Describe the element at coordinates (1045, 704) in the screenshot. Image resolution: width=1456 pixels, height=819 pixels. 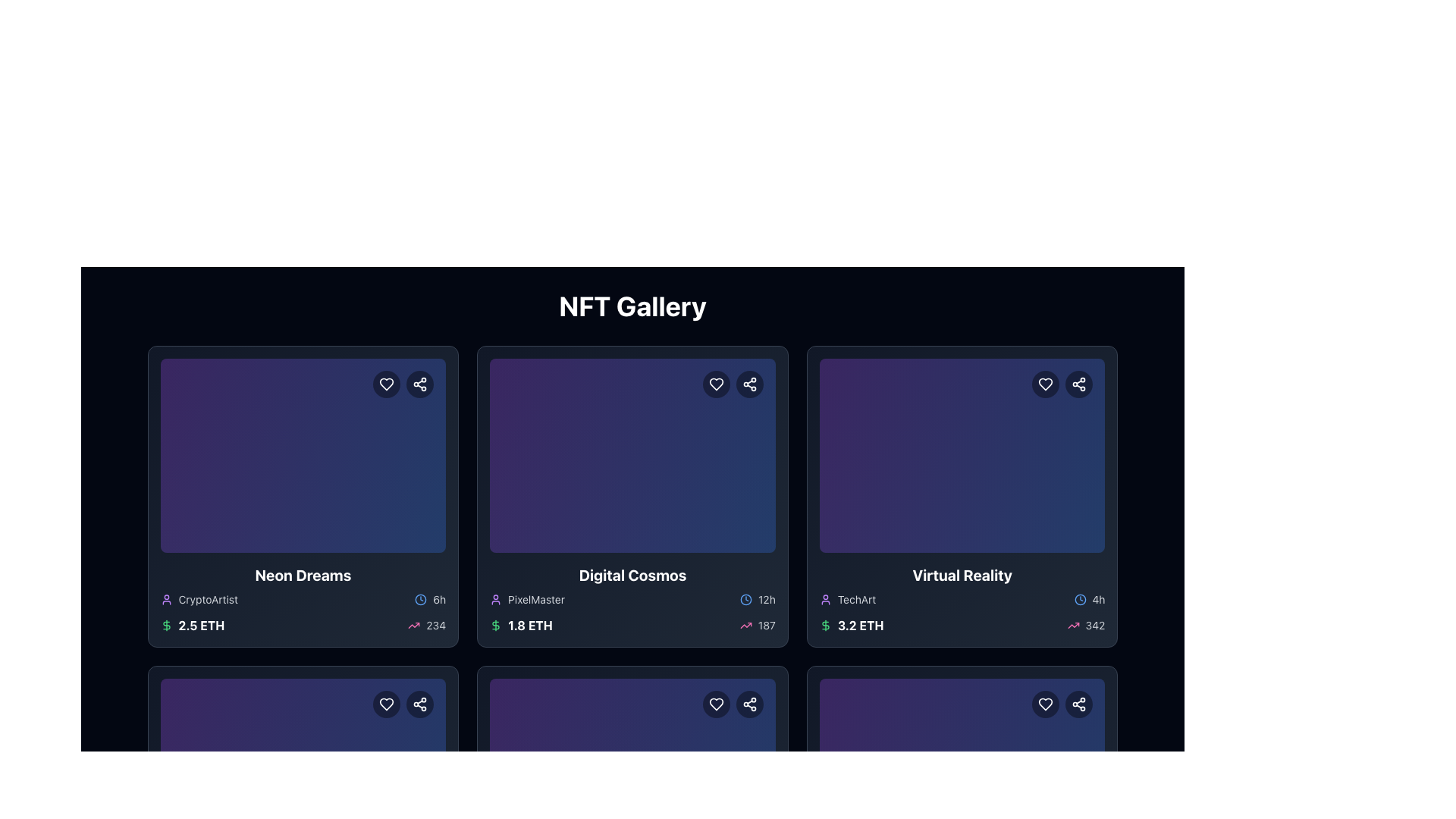
I see `the circular button with a dark translucent background and a white heart icon located in the top-right corner of the card to trigger a tooltip or effect` at that location.